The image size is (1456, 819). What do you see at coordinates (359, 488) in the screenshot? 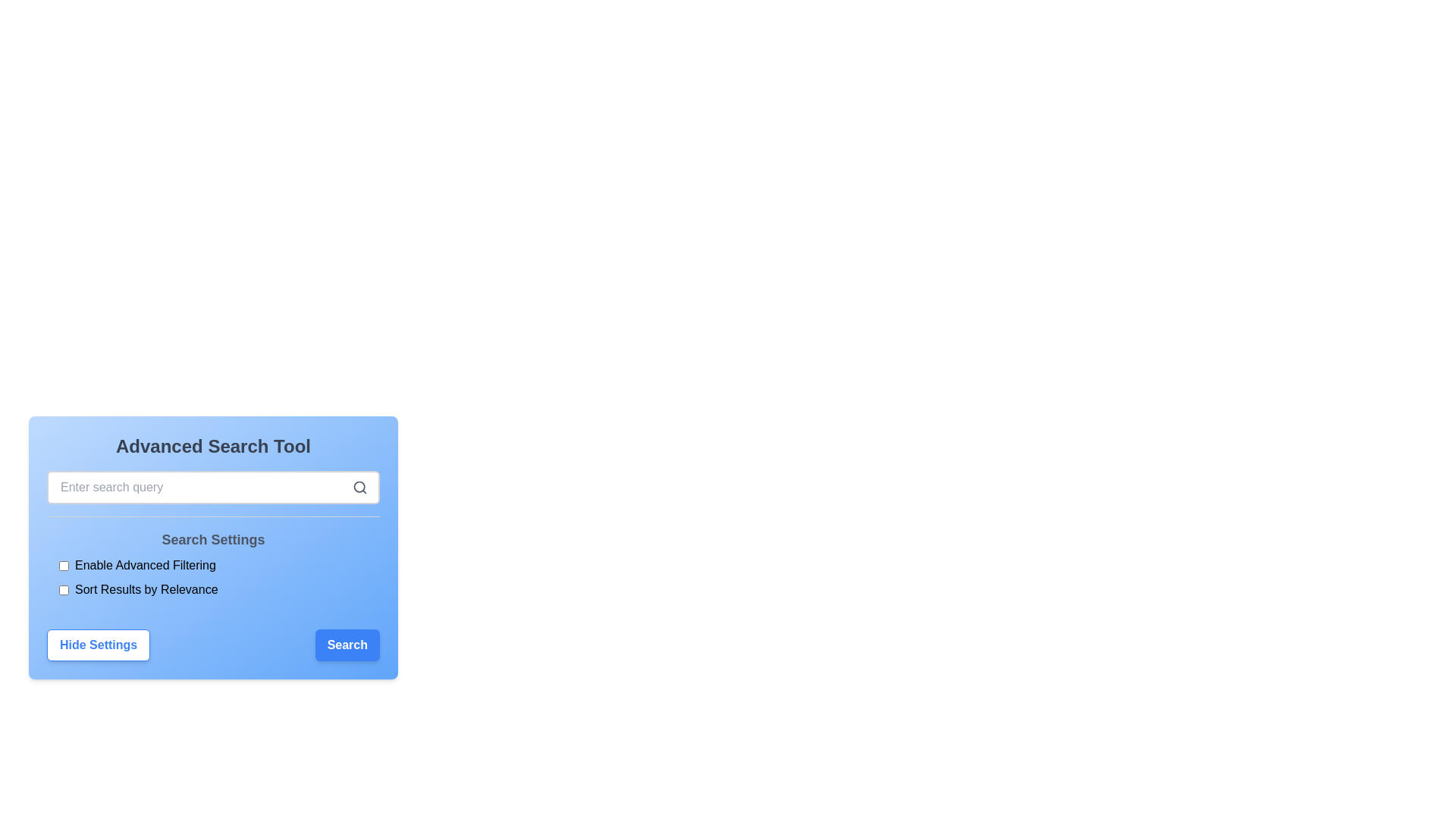
I see `the gray magnifying glass icon located to the right of the text input field` at bounding box center [359, 488].